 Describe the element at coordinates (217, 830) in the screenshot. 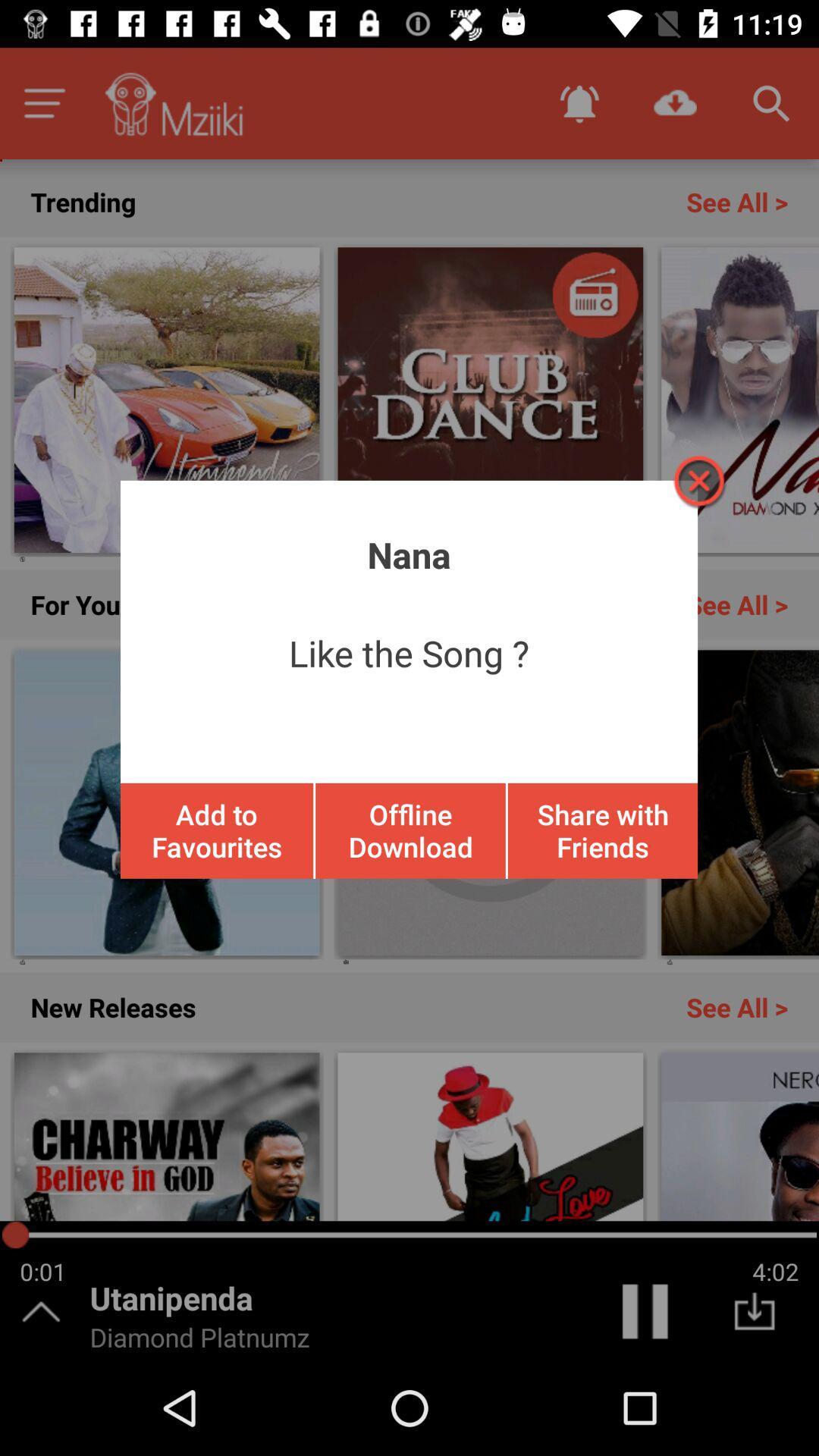

I see `add to favourites on the left` at that location.